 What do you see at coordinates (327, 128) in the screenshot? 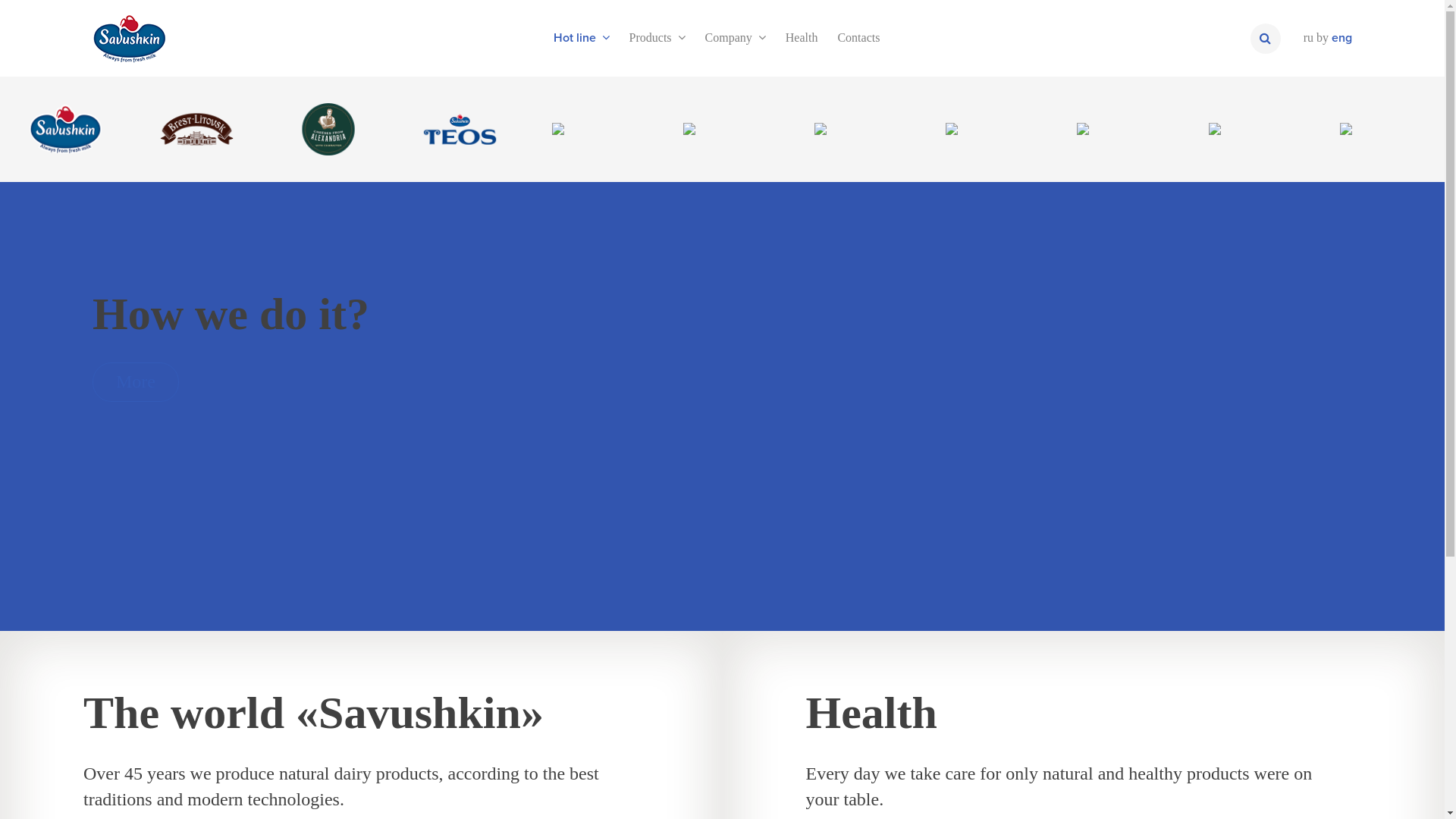
I see `'Aleksandriya'` at bounding box center [327, 128].